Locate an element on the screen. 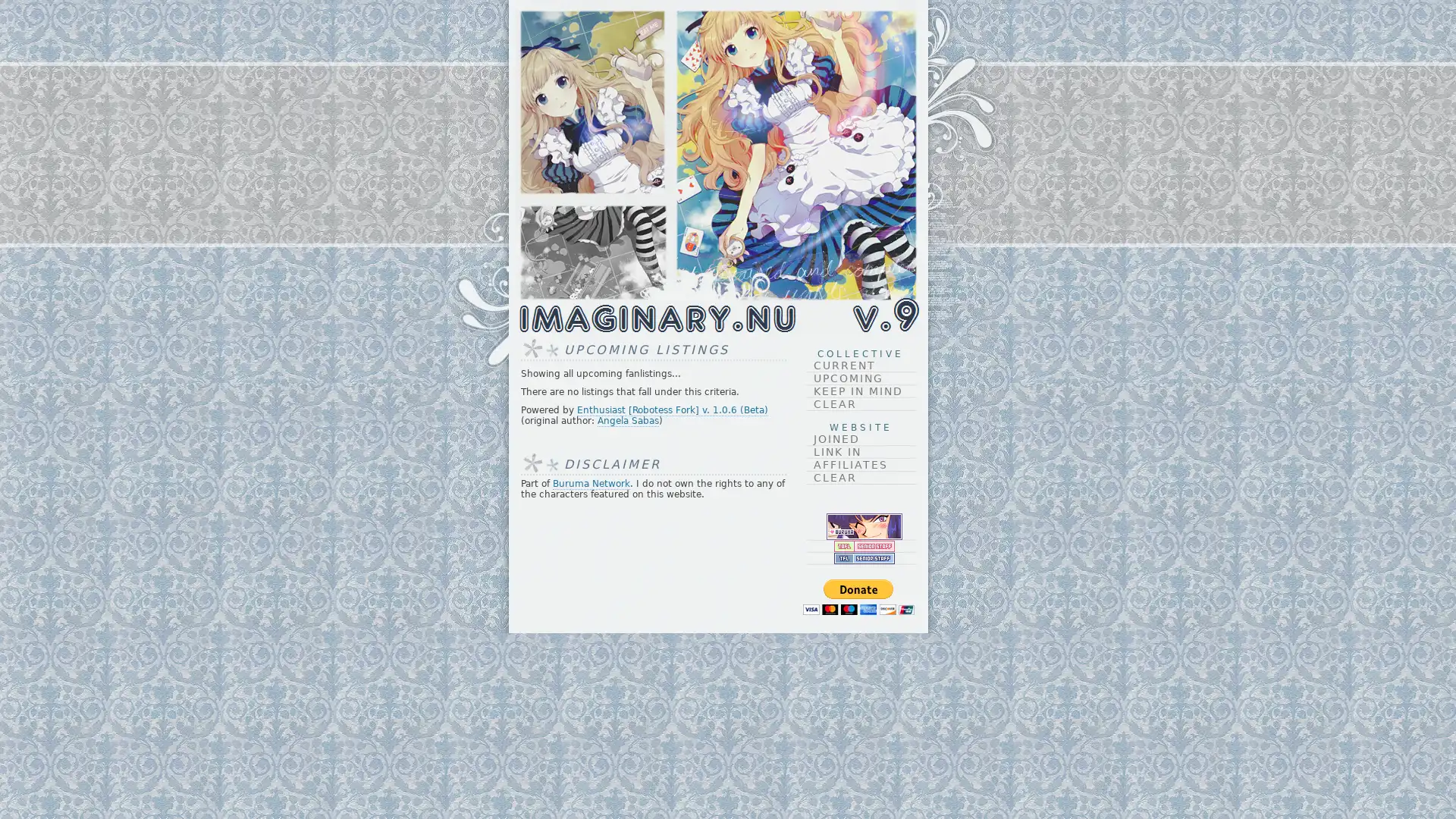 This screenshot has width=1456, height=819. PayPal - The safer, easier way to pay online! is located at coordinates (858, 596).